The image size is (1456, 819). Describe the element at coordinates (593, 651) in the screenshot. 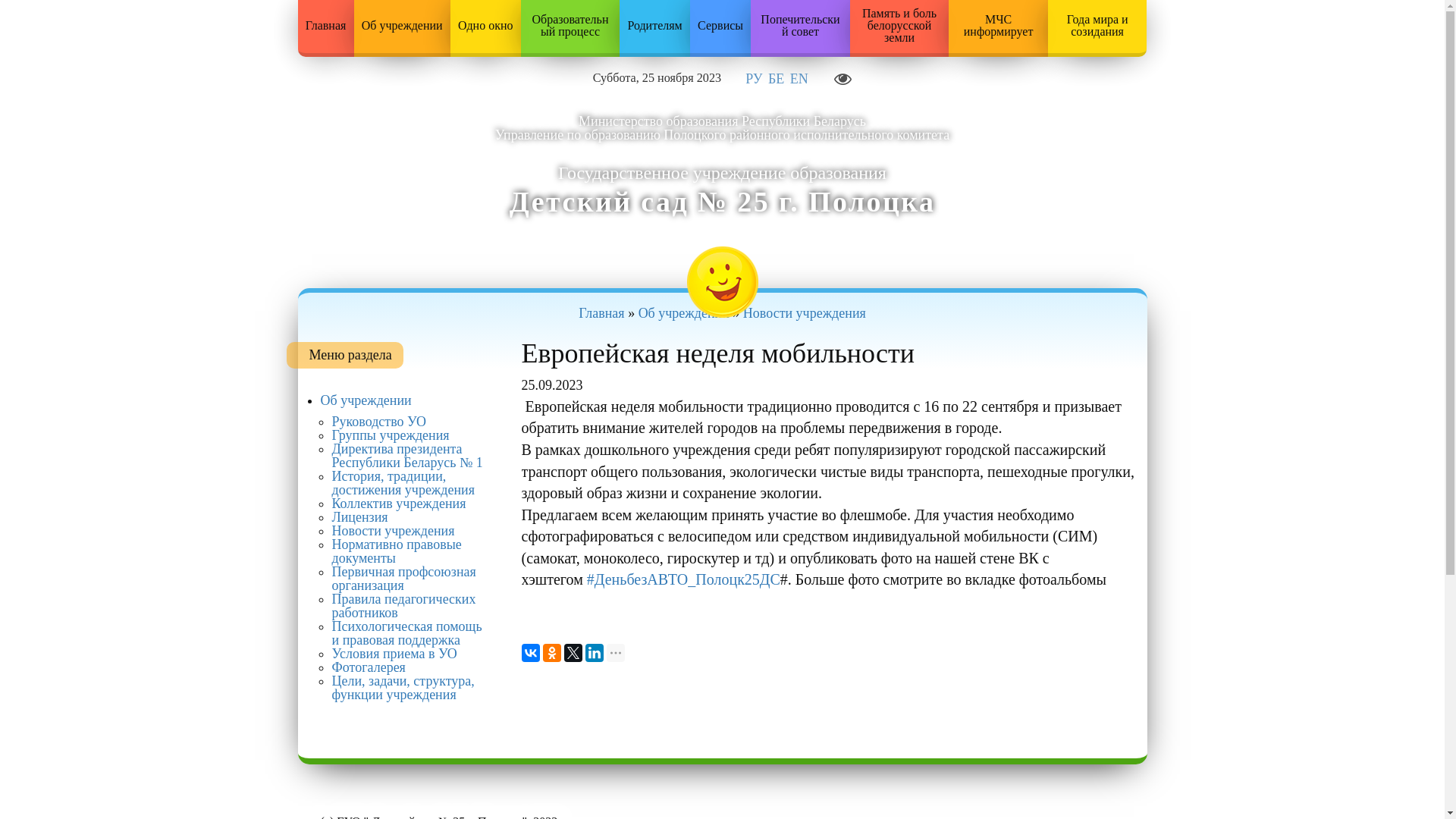

I see `'LinkedIn'` at that location.